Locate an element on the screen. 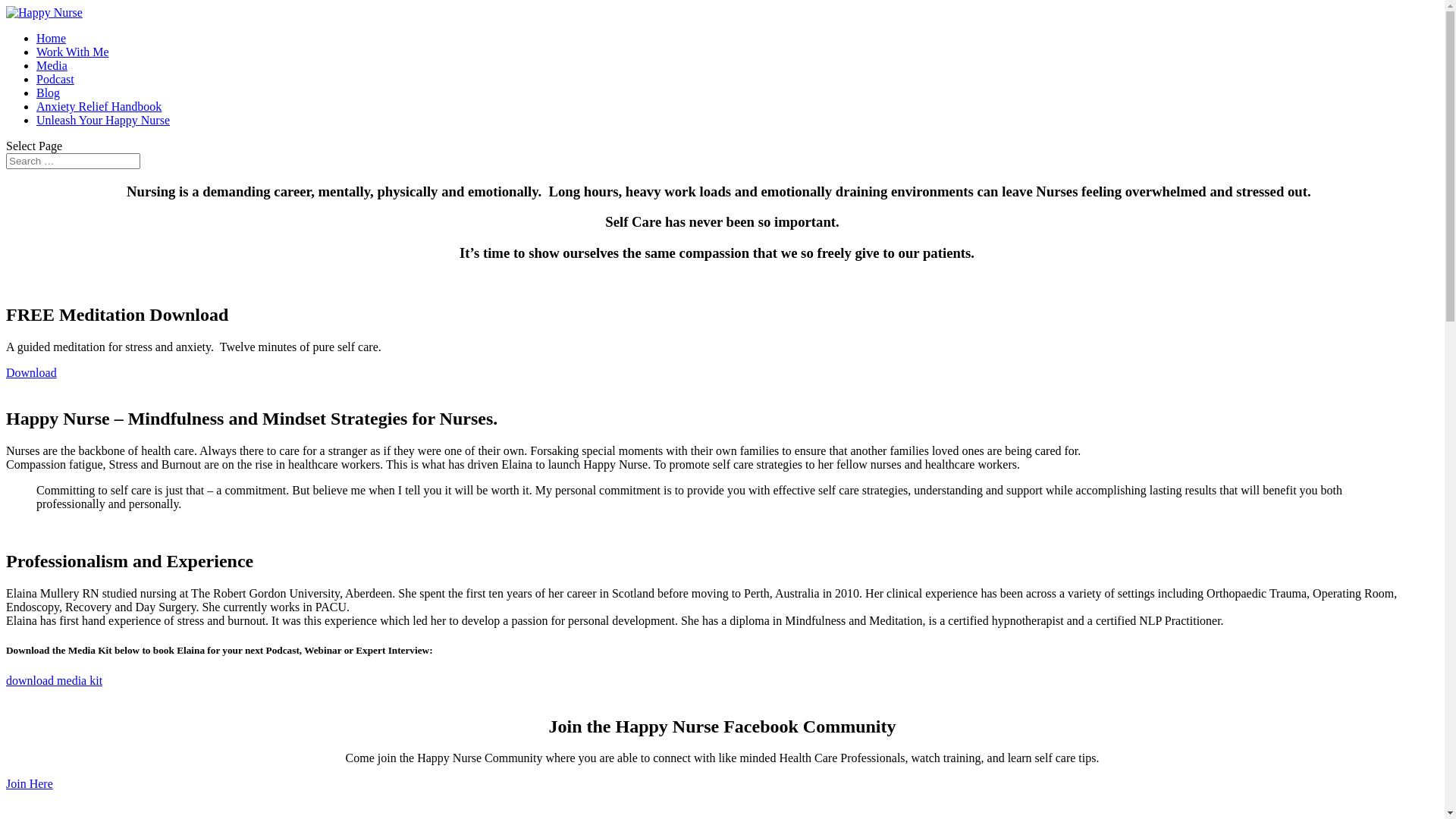 The width and height of the screenshot is (1456, 819). 'Unleash Your Happy Nurse' is located at coordinates (102, 119).